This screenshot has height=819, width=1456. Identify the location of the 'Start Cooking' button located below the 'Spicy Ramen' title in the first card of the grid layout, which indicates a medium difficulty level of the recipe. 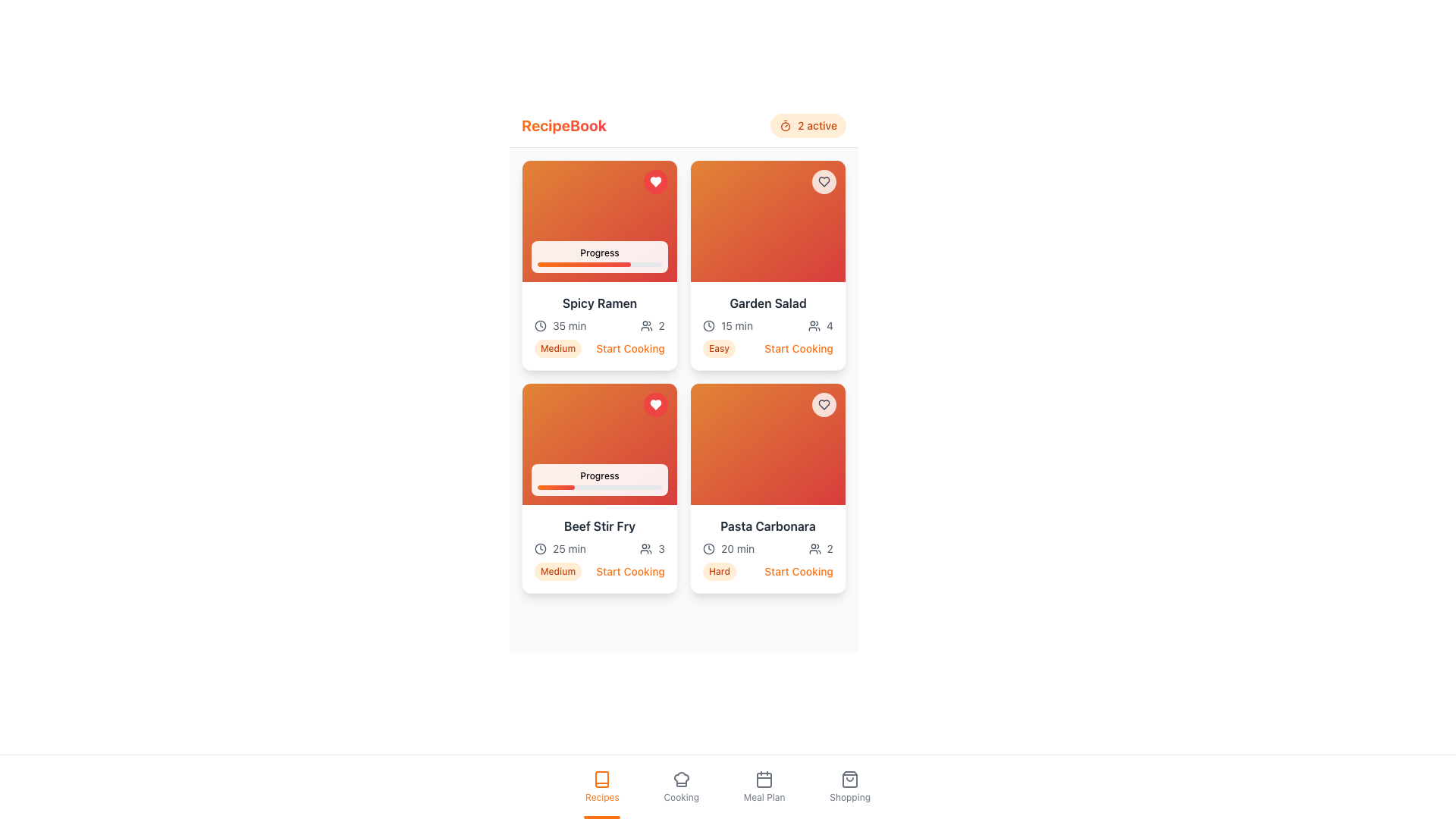
(599, 348).